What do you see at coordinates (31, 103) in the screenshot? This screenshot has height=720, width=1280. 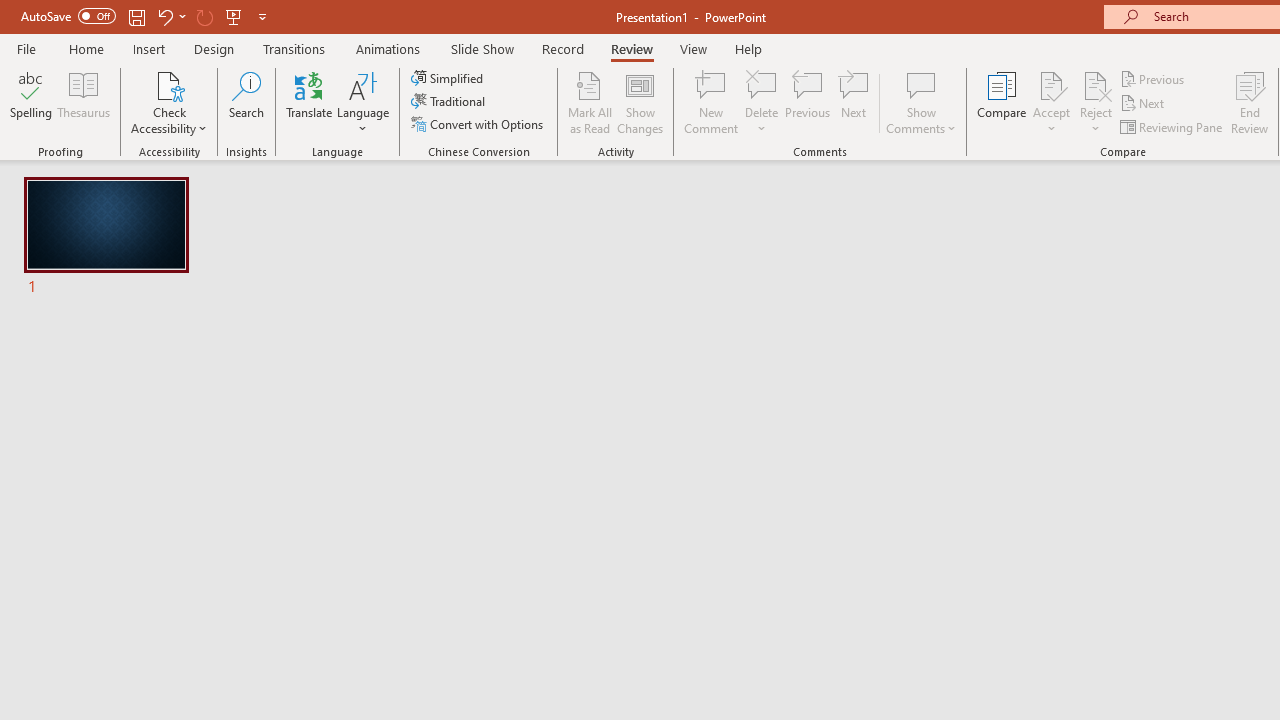 I see `'Spelling...'` at bounding box center [31, 103].